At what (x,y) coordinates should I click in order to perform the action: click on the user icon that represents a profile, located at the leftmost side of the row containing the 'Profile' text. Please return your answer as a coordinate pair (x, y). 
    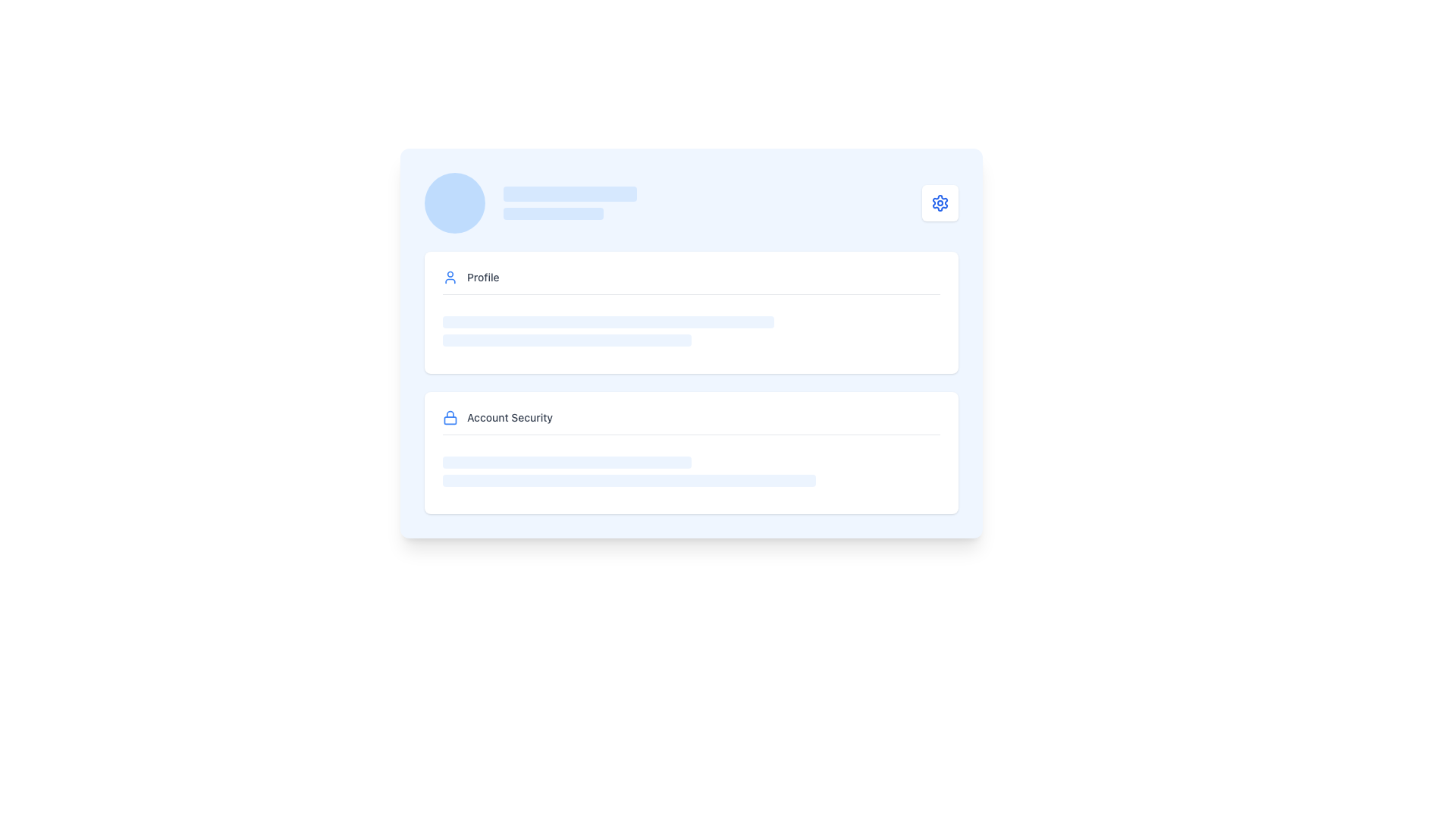
    Looking at the image, I should click on (450, 278).